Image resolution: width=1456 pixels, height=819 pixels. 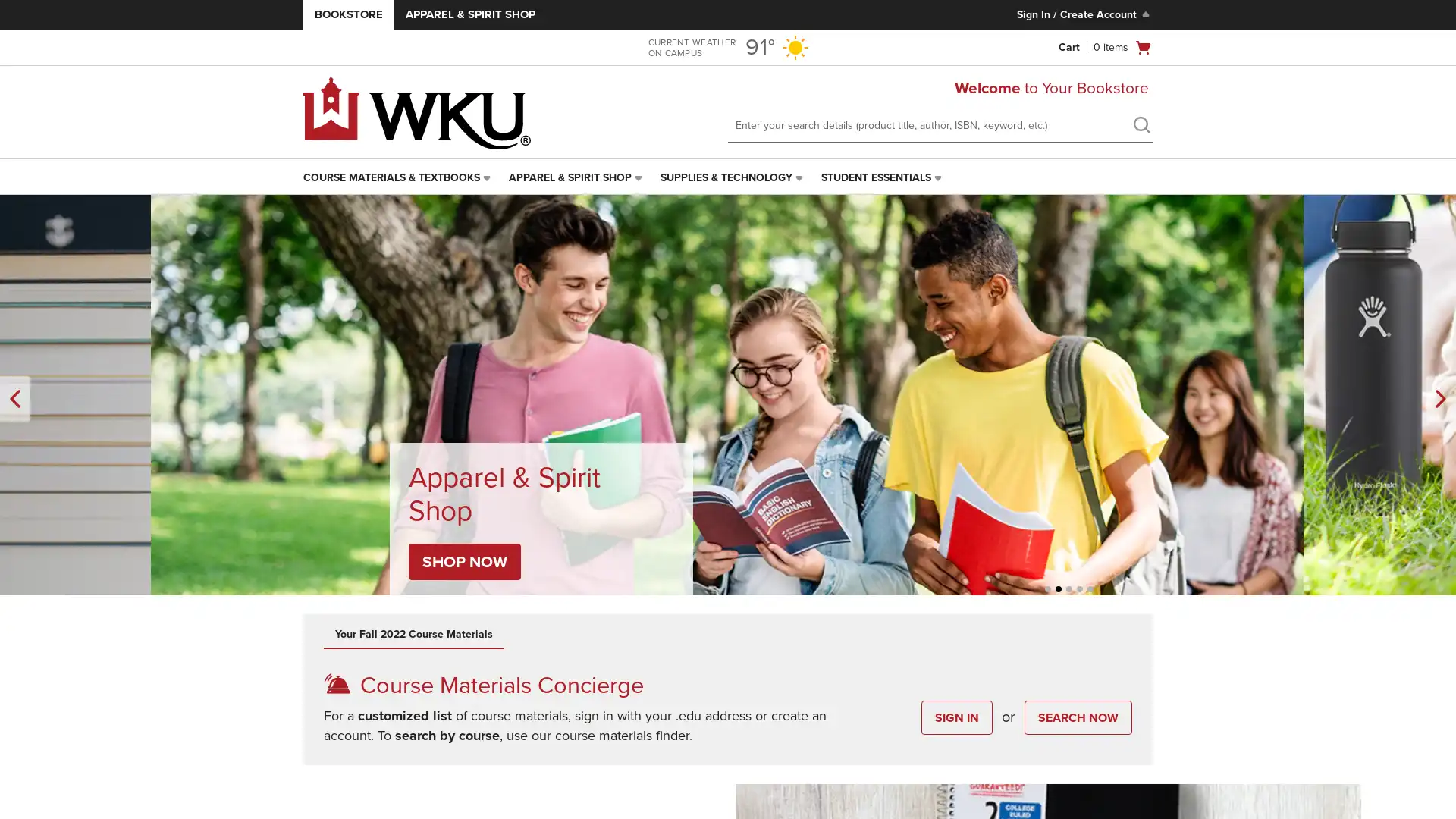 What do you see at coordinates (1068, 588) in the screenshot?
I see `Selected, Slide 3` at bounding box center [1068, 588].